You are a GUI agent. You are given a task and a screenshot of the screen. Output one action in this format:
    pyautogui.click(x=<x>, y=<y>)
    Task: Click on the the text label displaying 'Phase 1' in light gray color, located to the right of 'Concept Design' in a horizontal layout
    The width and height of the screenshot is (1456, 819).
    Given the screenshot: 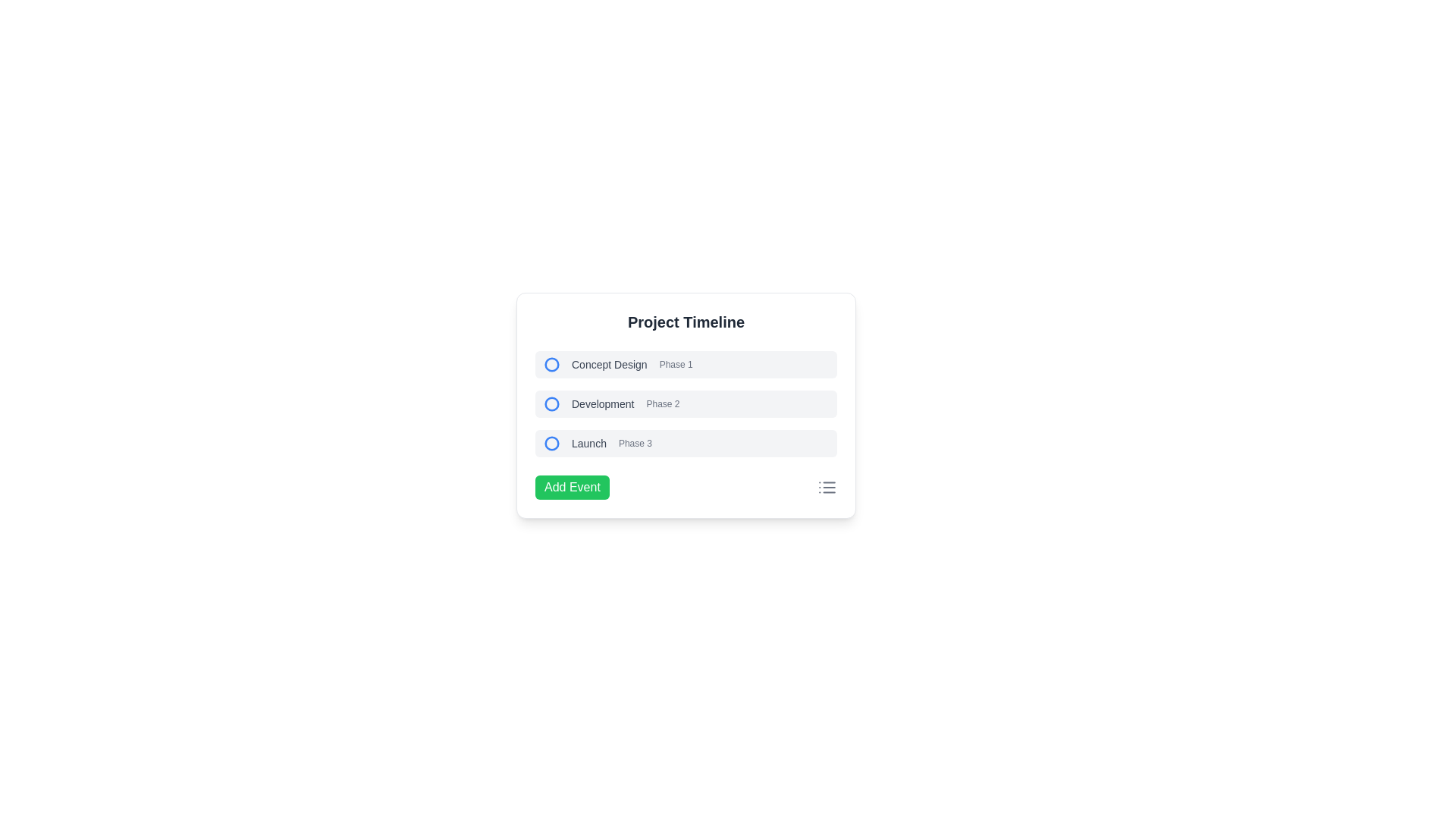 What is the action you would take?
    pyautogui.click(x=675, y=365)
    